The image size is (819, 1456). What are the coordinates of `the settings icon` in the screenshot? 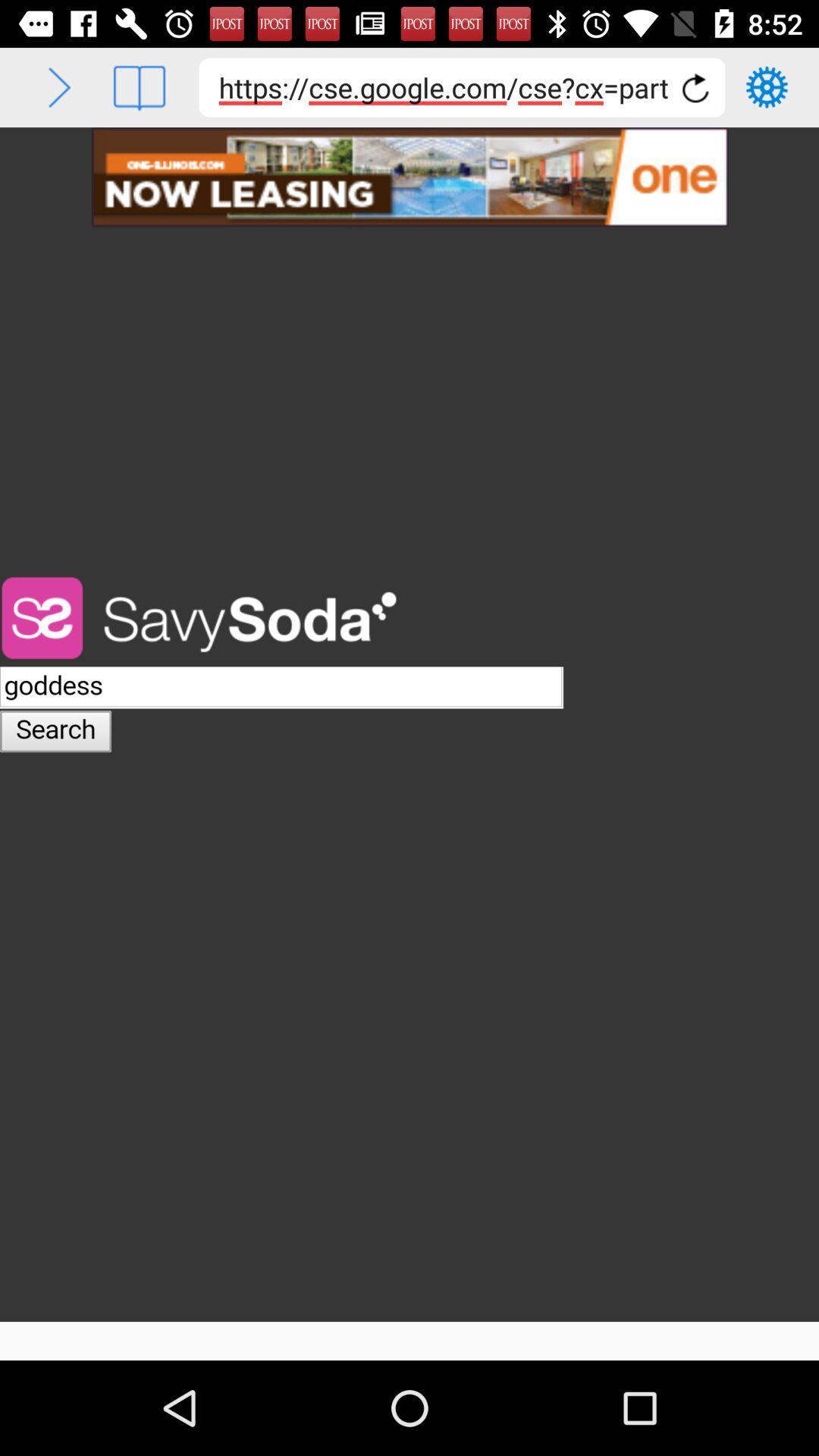 It's located at (767, 86).